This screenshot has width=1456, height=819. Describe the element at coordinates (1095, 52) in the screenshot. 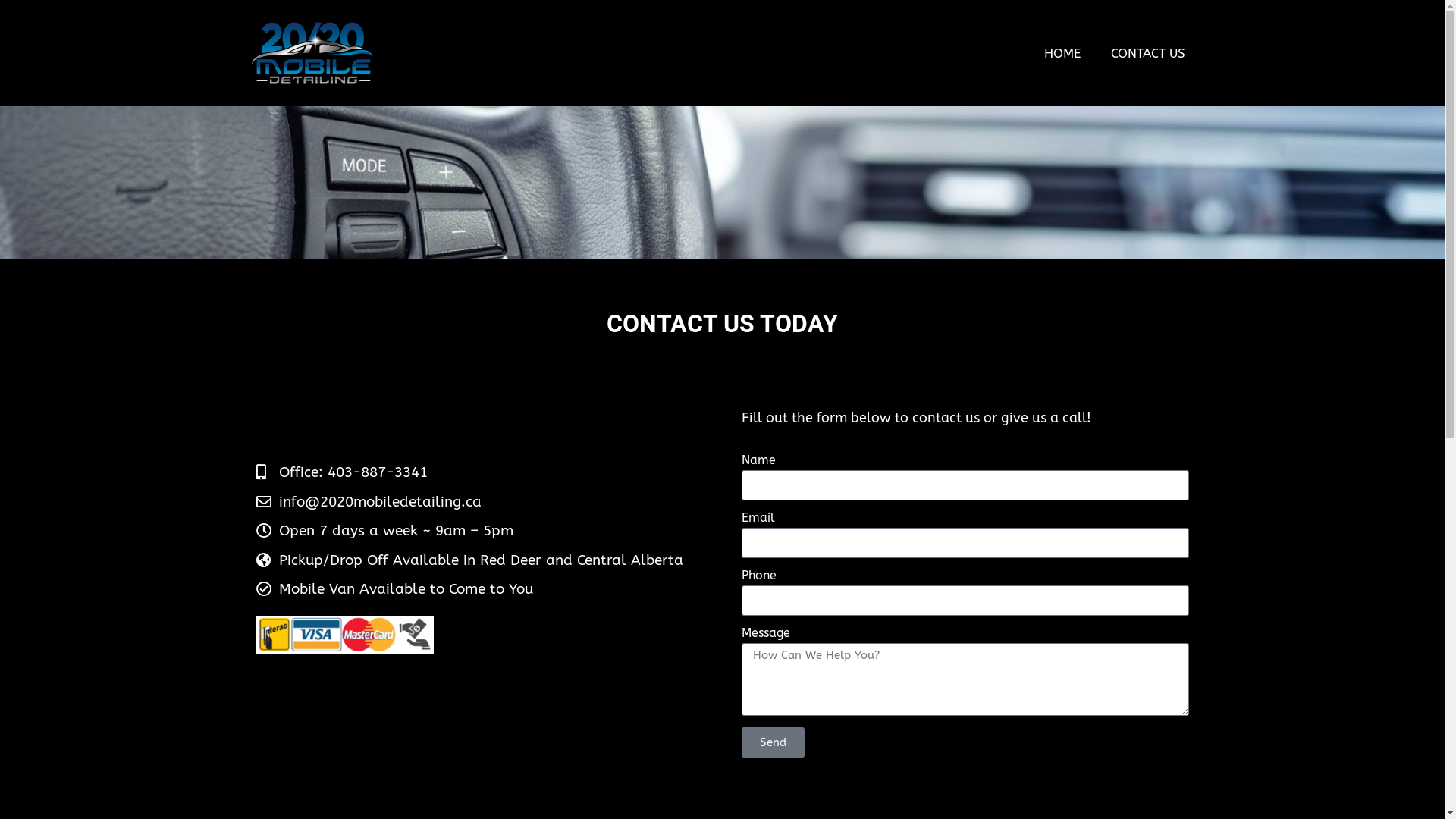

I see `'CONTACT US'` at that location.